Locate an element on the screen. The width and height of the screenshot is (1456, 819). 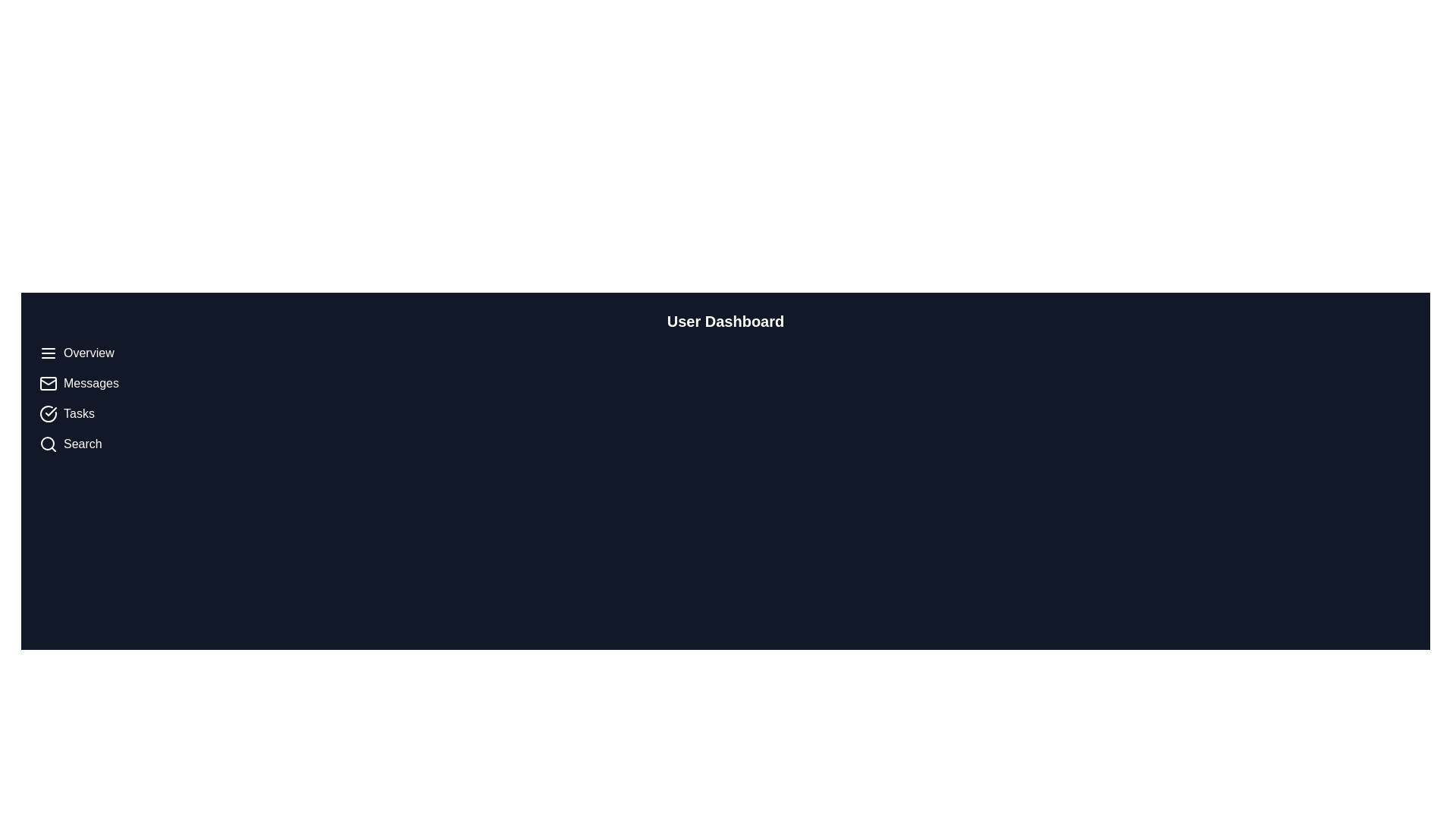
the menu icon located is located at coordinates (48, 353).